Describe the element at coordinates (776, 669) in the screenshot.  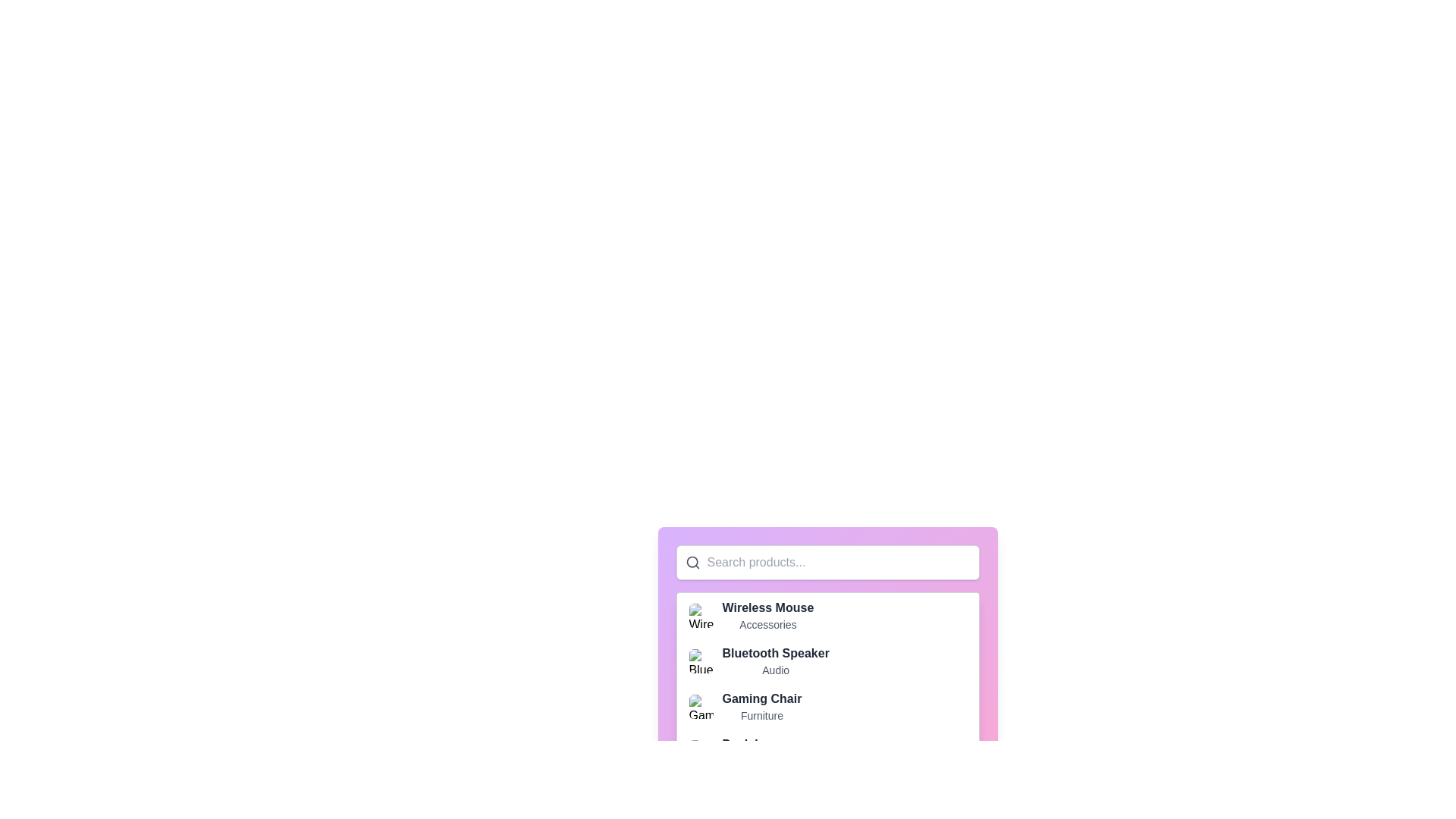
I see `the text label that reads 'Audio', which is styled in gray and located directly underneath 'Bluetooth Speaker' in a vertical list` at that location.